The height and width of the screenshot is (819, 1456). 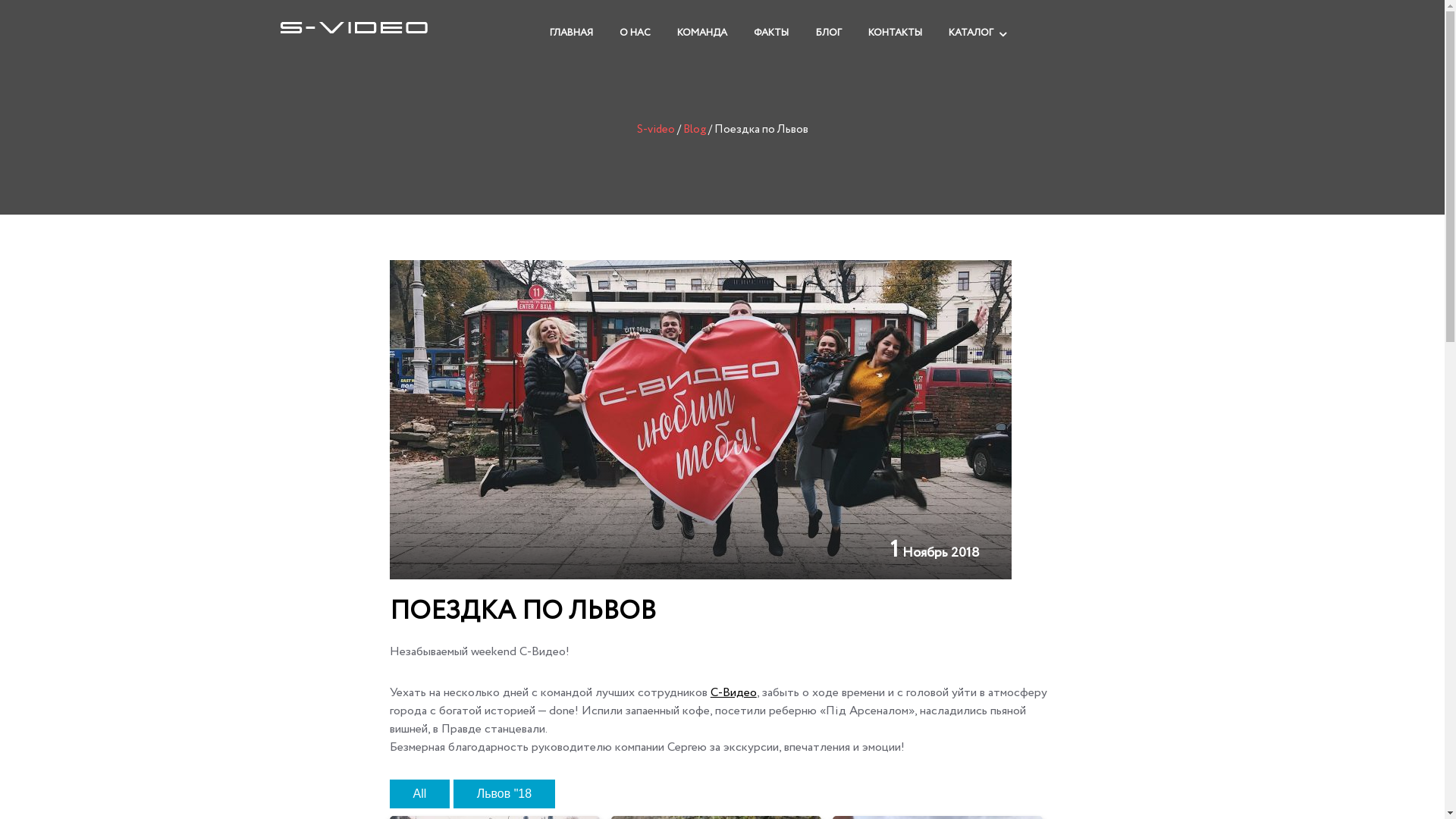 What do you see at coordinates (419, 792) in the screenshot?
I see `'All'` at bounding box center [419, 792].